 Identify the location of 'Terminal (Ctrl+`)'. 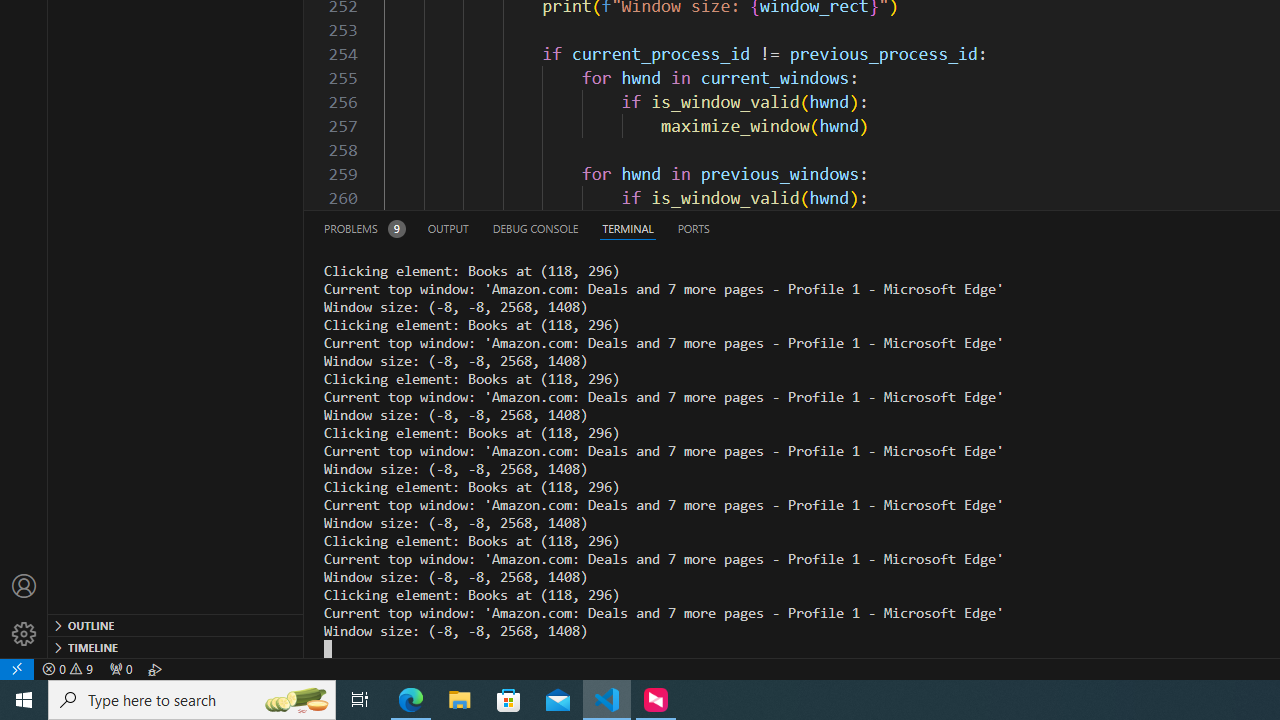
(626, 227).